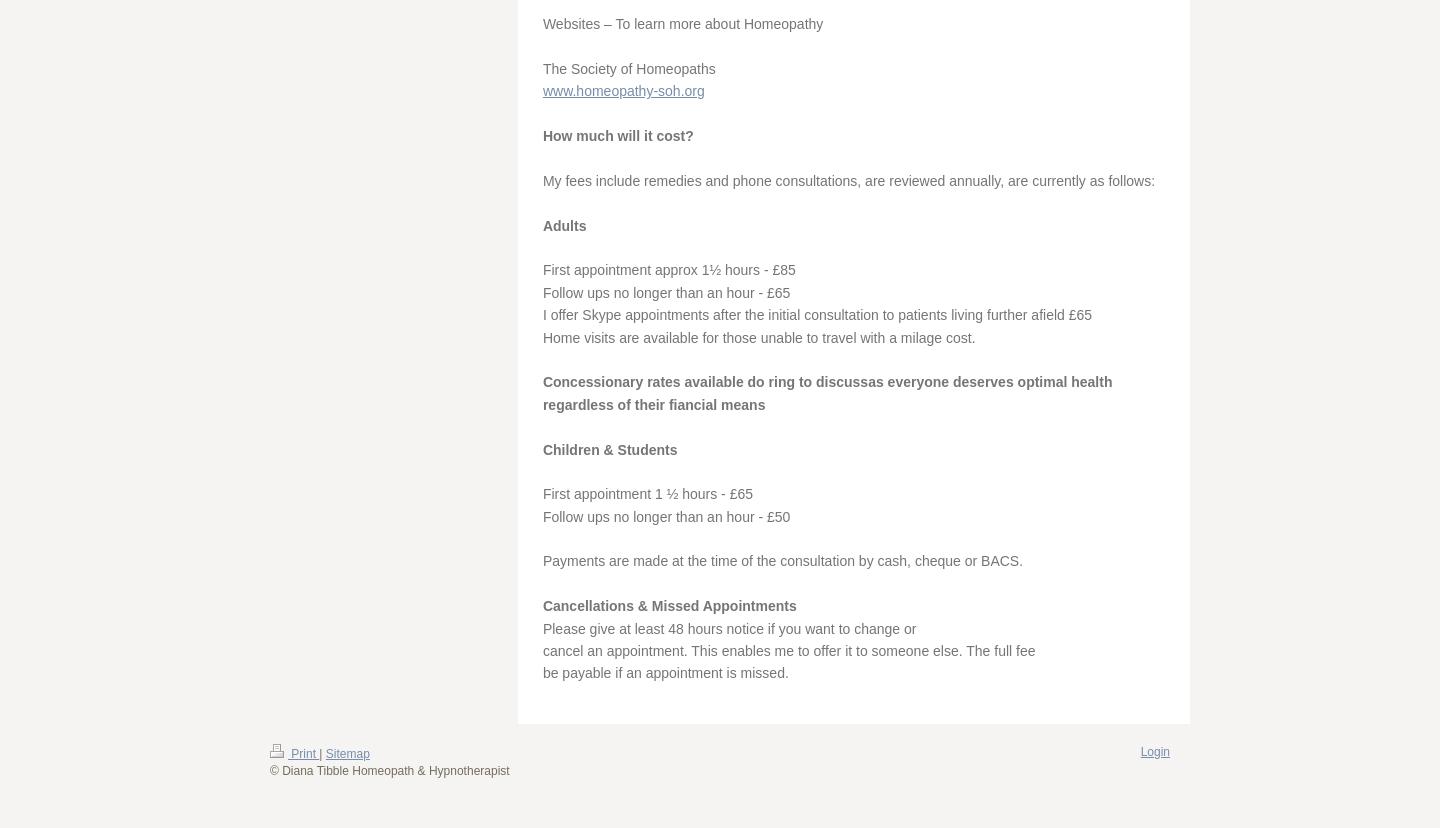  I want to click on 'My fees include remedies and phone consultations, are reviewed annually, are currently as follows:', so click(847, 179).